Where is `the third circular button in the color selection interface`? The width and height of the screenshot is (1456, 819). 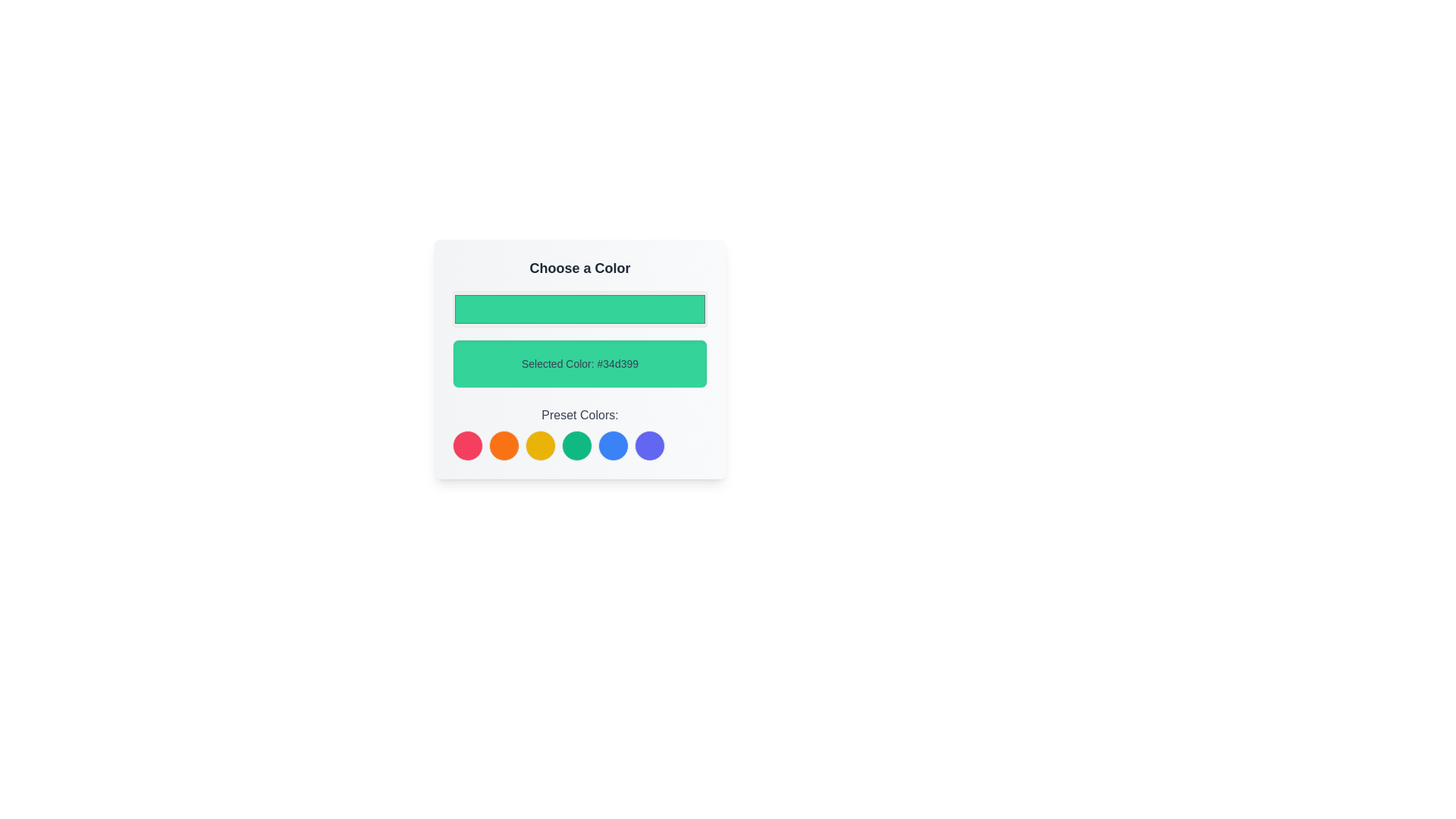
the third circular button in the color selection interface is located at coordinates (541, 444).